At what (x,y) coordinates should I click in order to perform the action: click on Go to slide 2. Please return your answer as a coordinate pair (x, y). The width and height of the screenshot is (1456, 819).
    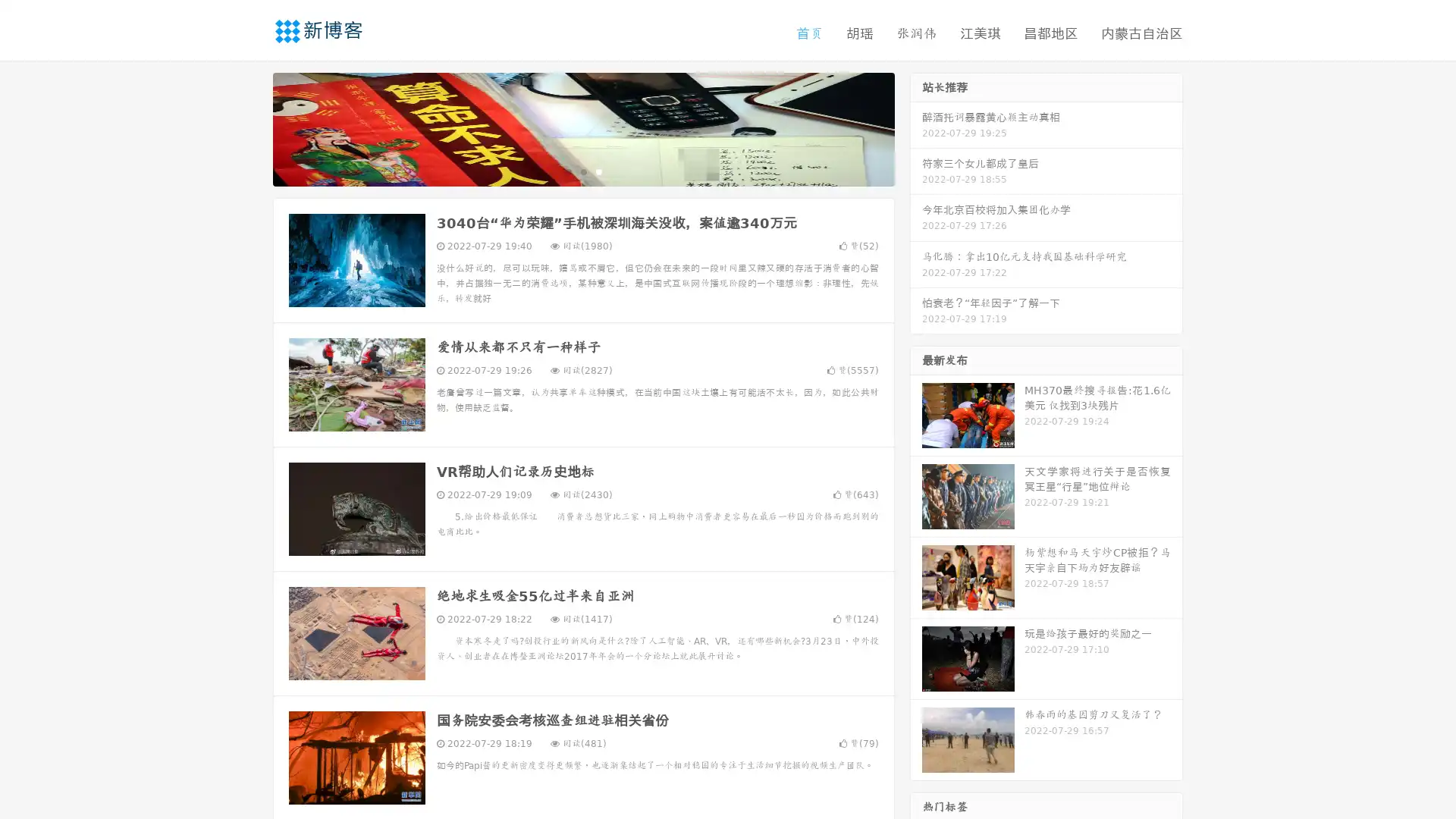
    Looking at the image, I should click on (582, 171).